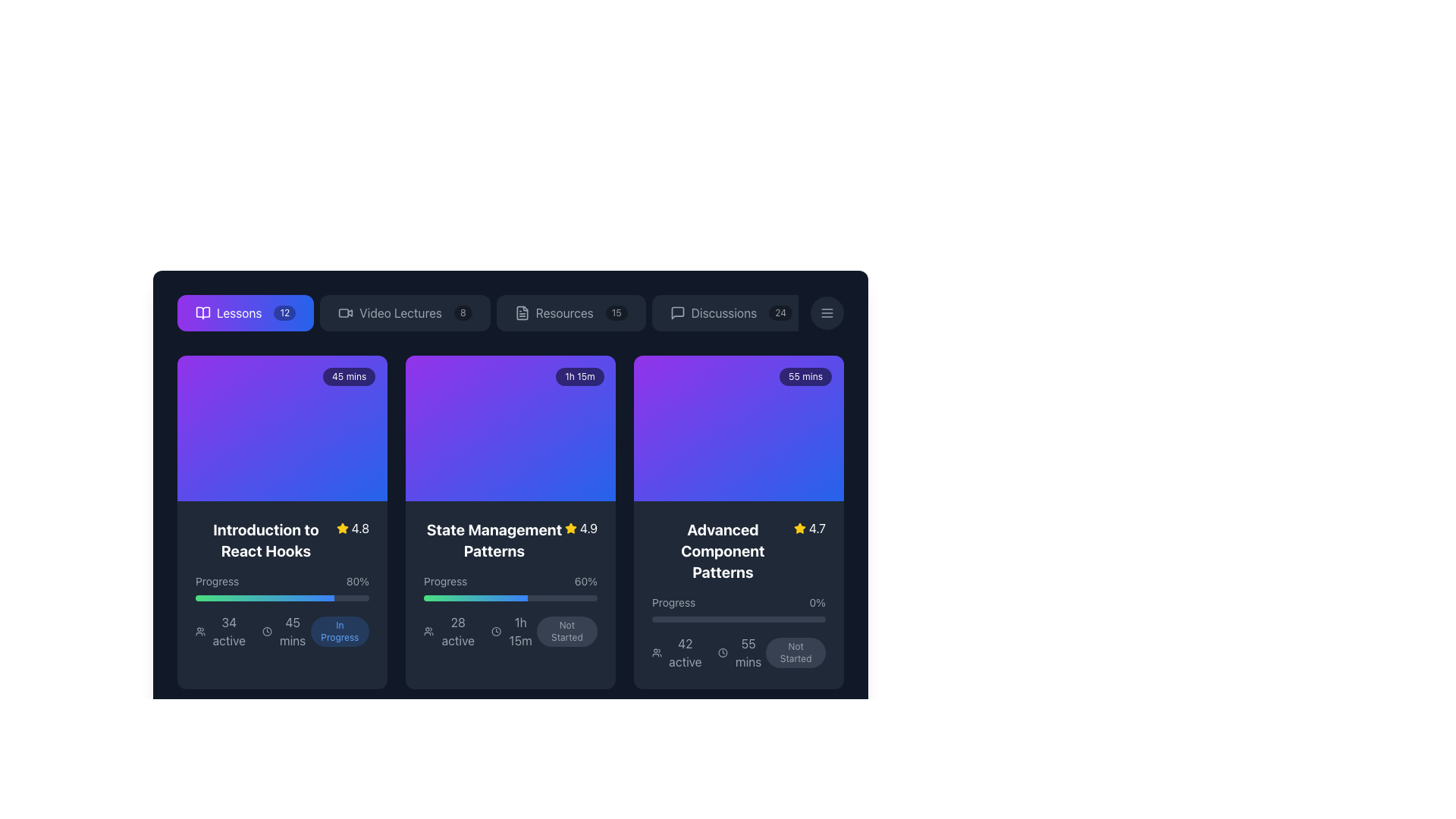 The width and height of the screenshot is (1456, 819). What do you see at coordinates (780, 312) in the screenshot?
I see `the numerical badge displaying '24' inside the 'Discussions' button, which has a black semi-transparent background and rounded edges` at bounding box center [780, 312].